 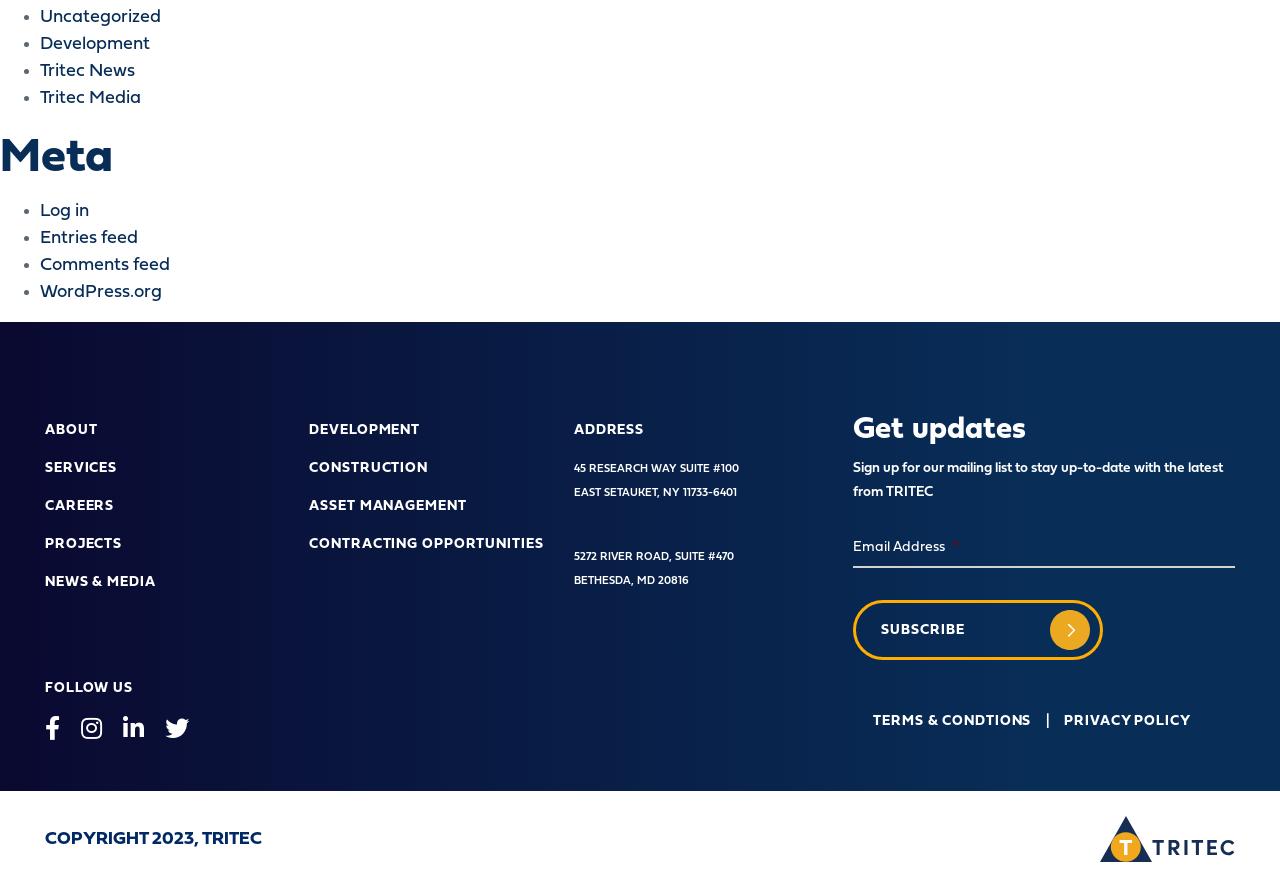 I want to click on '*', so click(x=955, y=546).